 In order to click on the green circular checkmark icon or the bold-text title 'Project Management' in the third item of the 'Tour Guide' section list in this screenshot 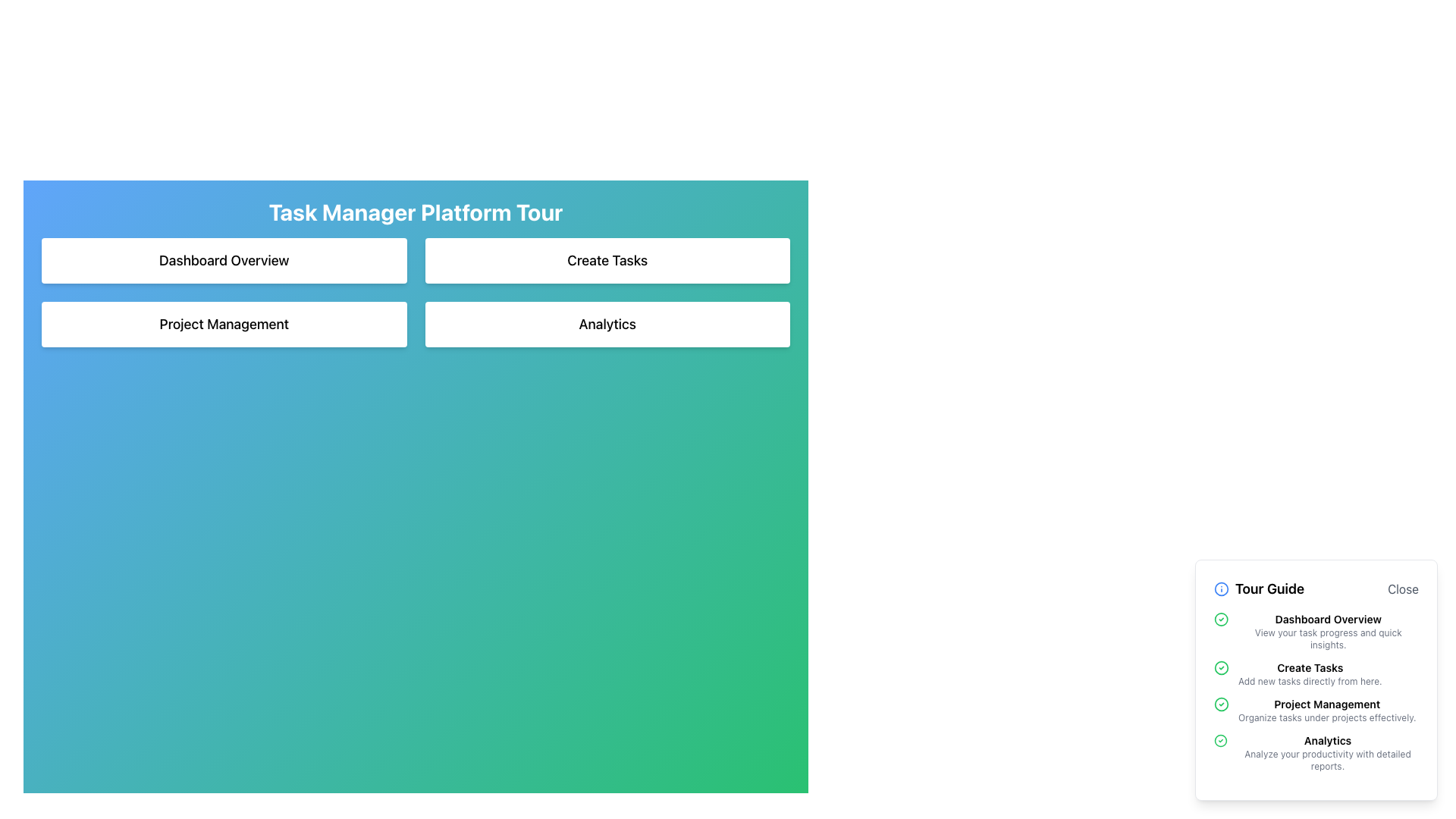, I will do `click(1316, 711)`.